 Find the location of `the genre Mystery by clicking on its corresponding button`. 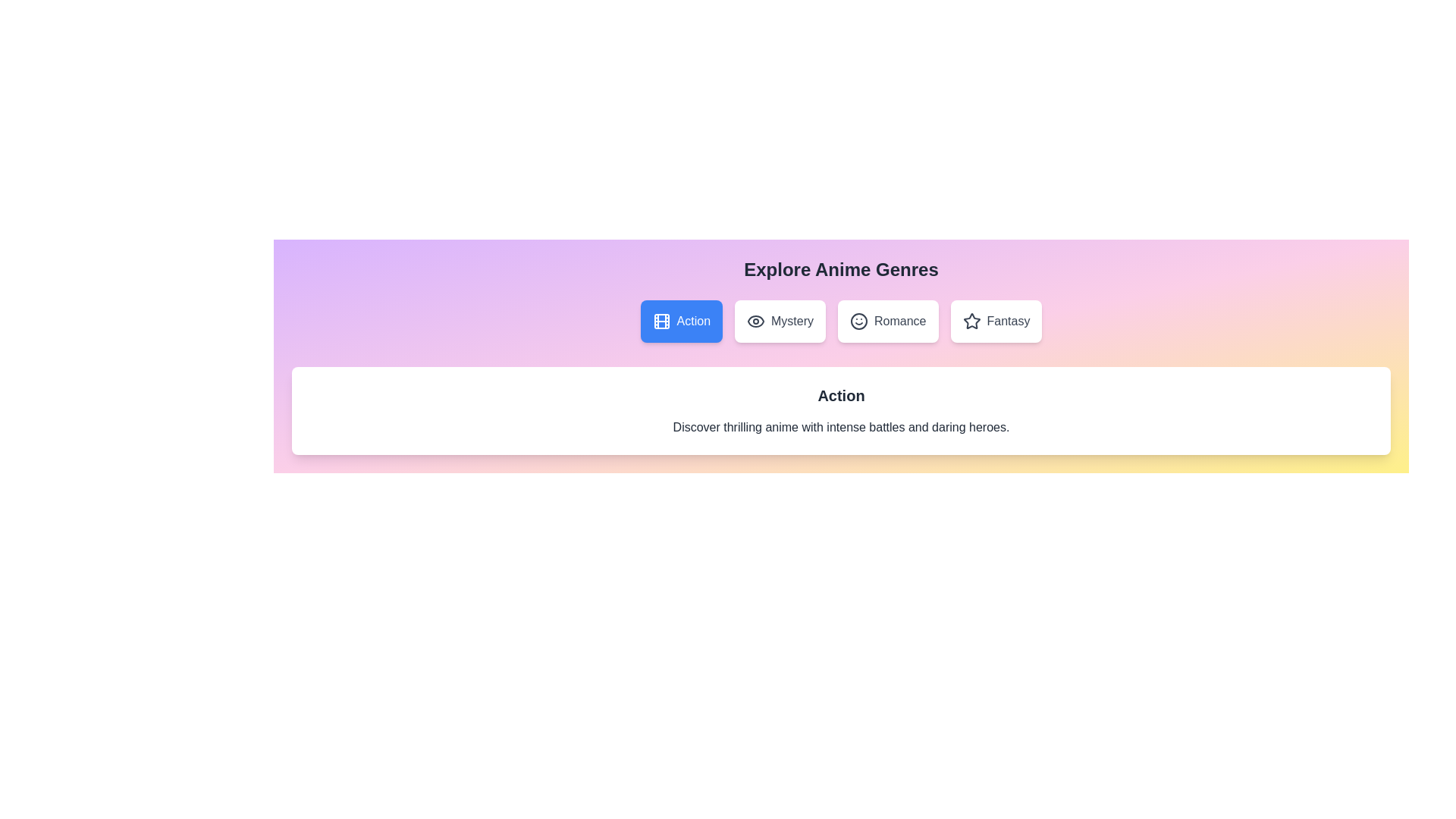

the genre Mystery by clicking on its corresponding button is located at coordinates (780, 321).